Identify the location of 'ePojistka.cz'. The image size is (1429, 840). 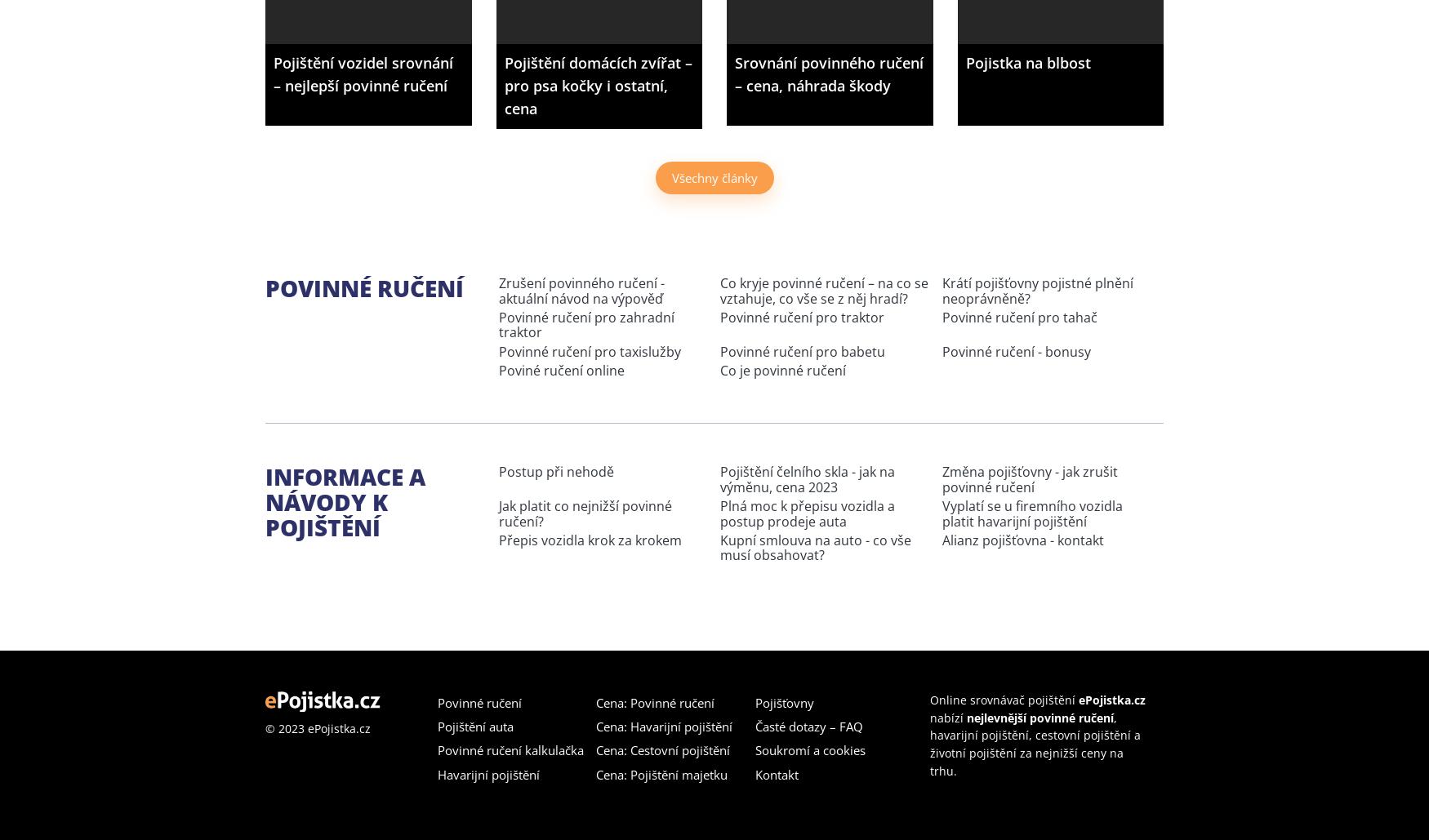
(1111, 698).